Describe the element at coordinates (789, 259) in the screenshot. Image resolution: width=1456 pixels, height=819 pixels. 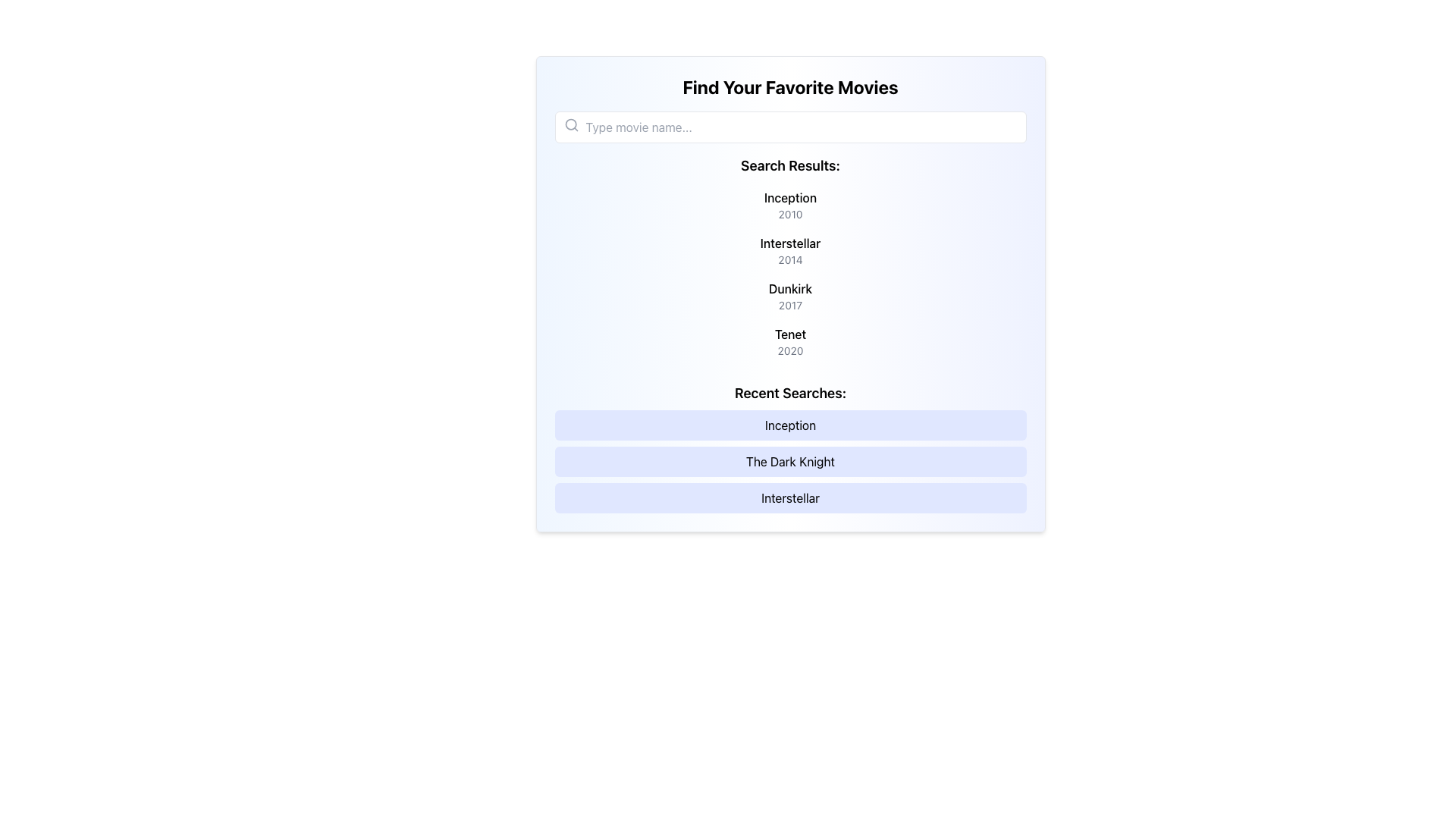
I see `text label displaying the release year of the movie 'Interstellar' located below the title 'Interstellar' in the search results section` at that location.